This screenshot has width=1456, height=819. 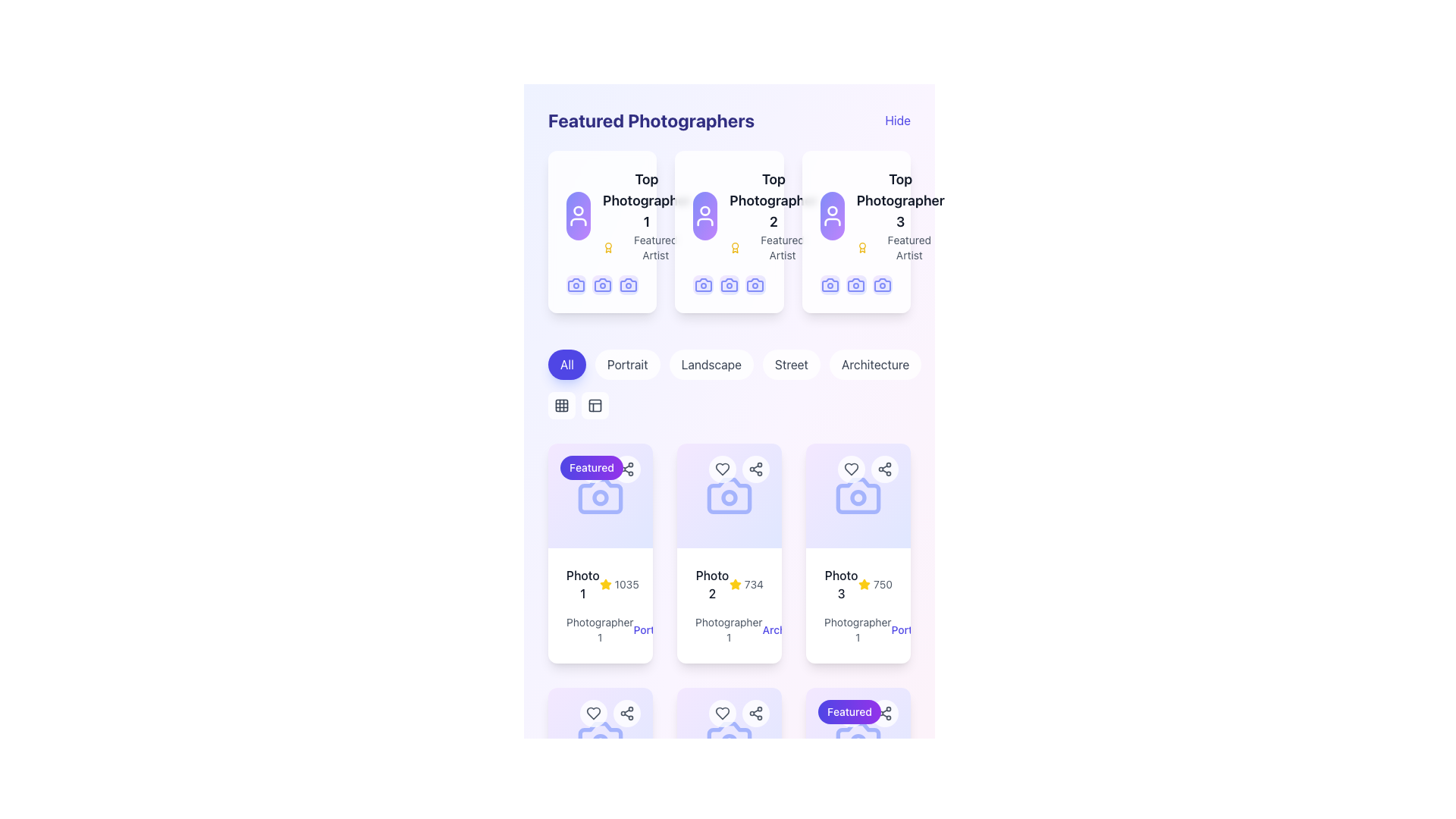 I want to click on the heart icon button located, so click(x=592, y=714).